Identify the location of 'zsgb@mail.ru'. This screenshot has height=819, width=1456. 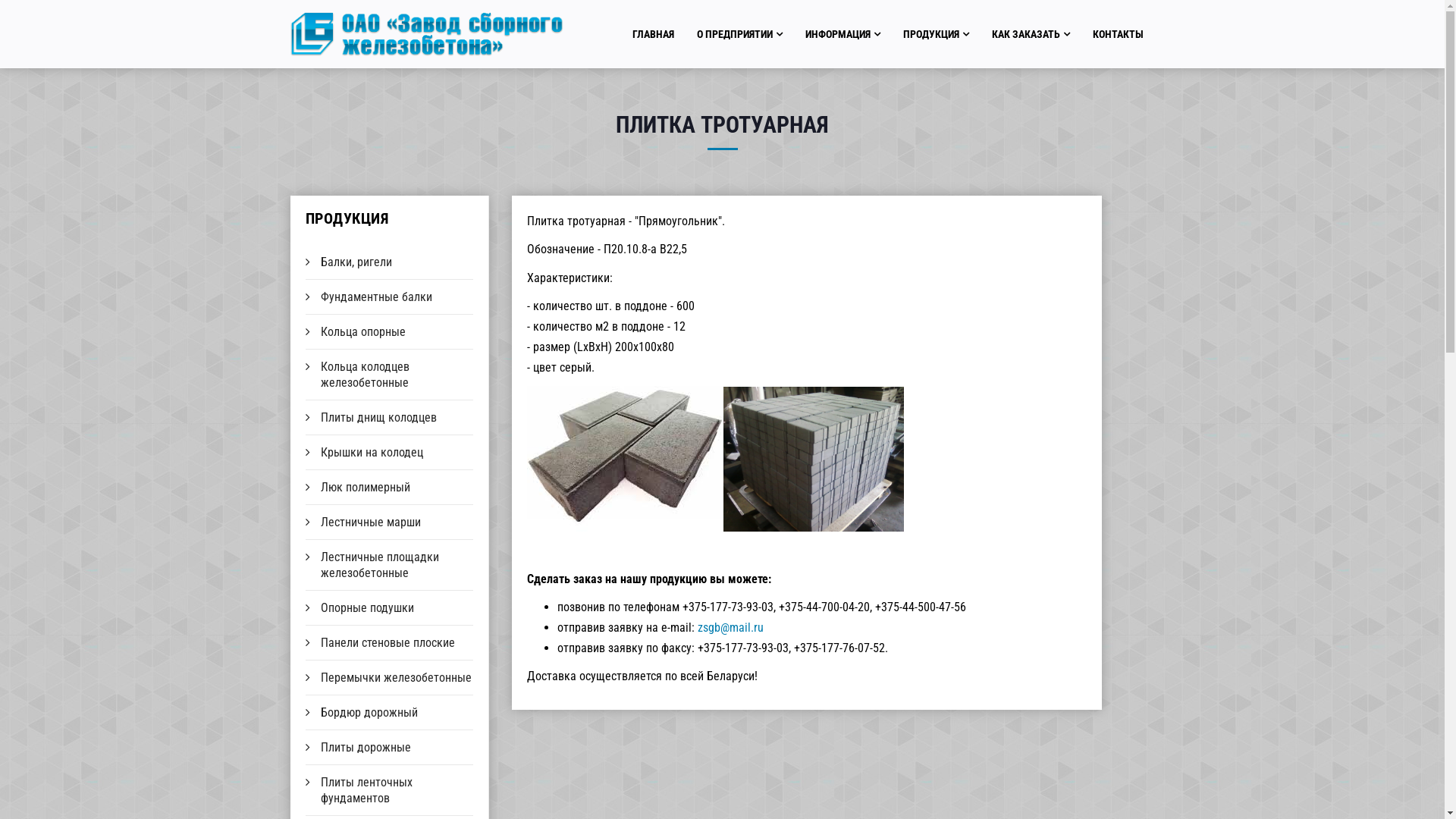
(697, 627).